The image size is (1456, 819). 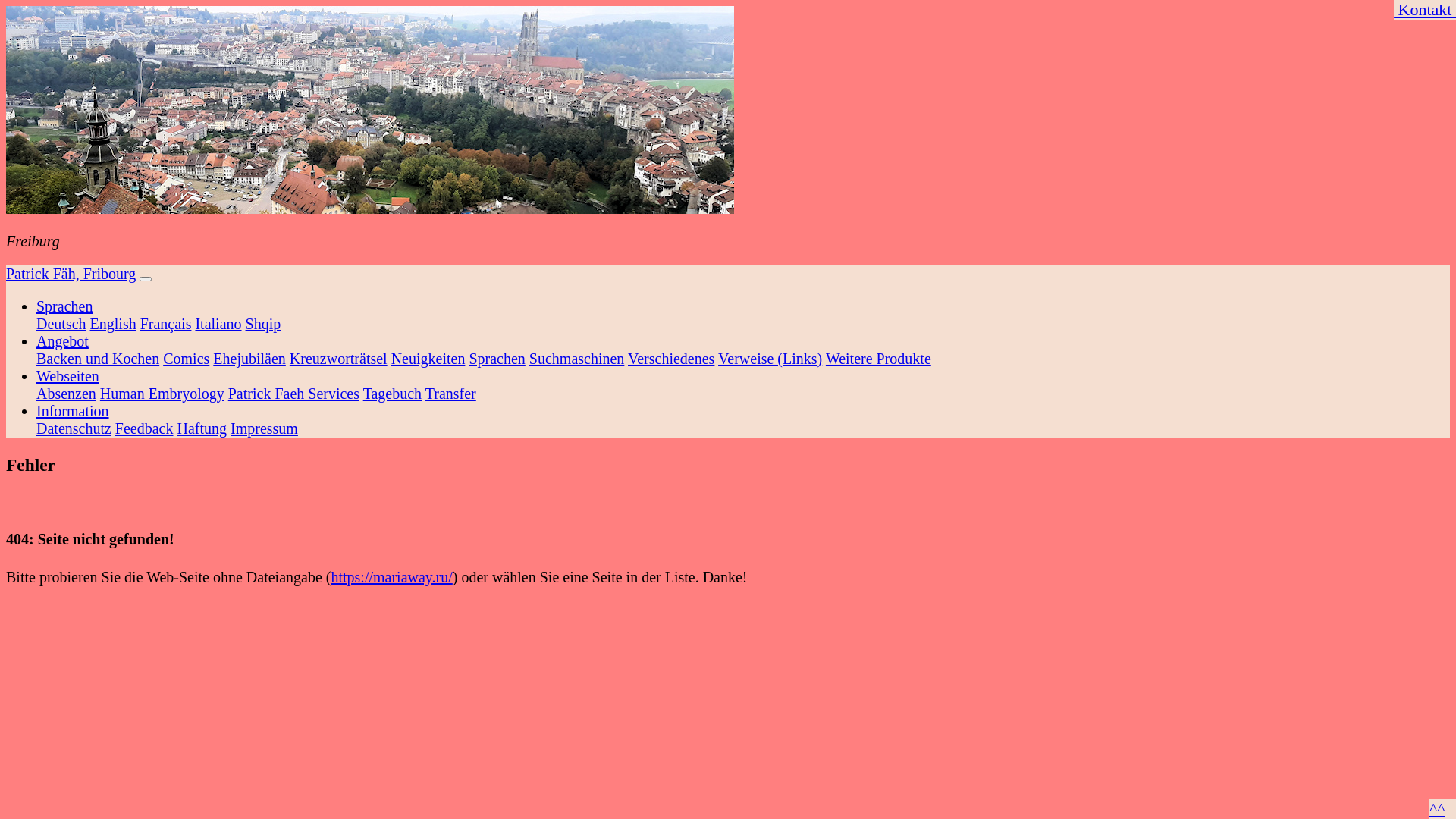 I want to click on 'Datenschutz', so click(x=73, y=428).